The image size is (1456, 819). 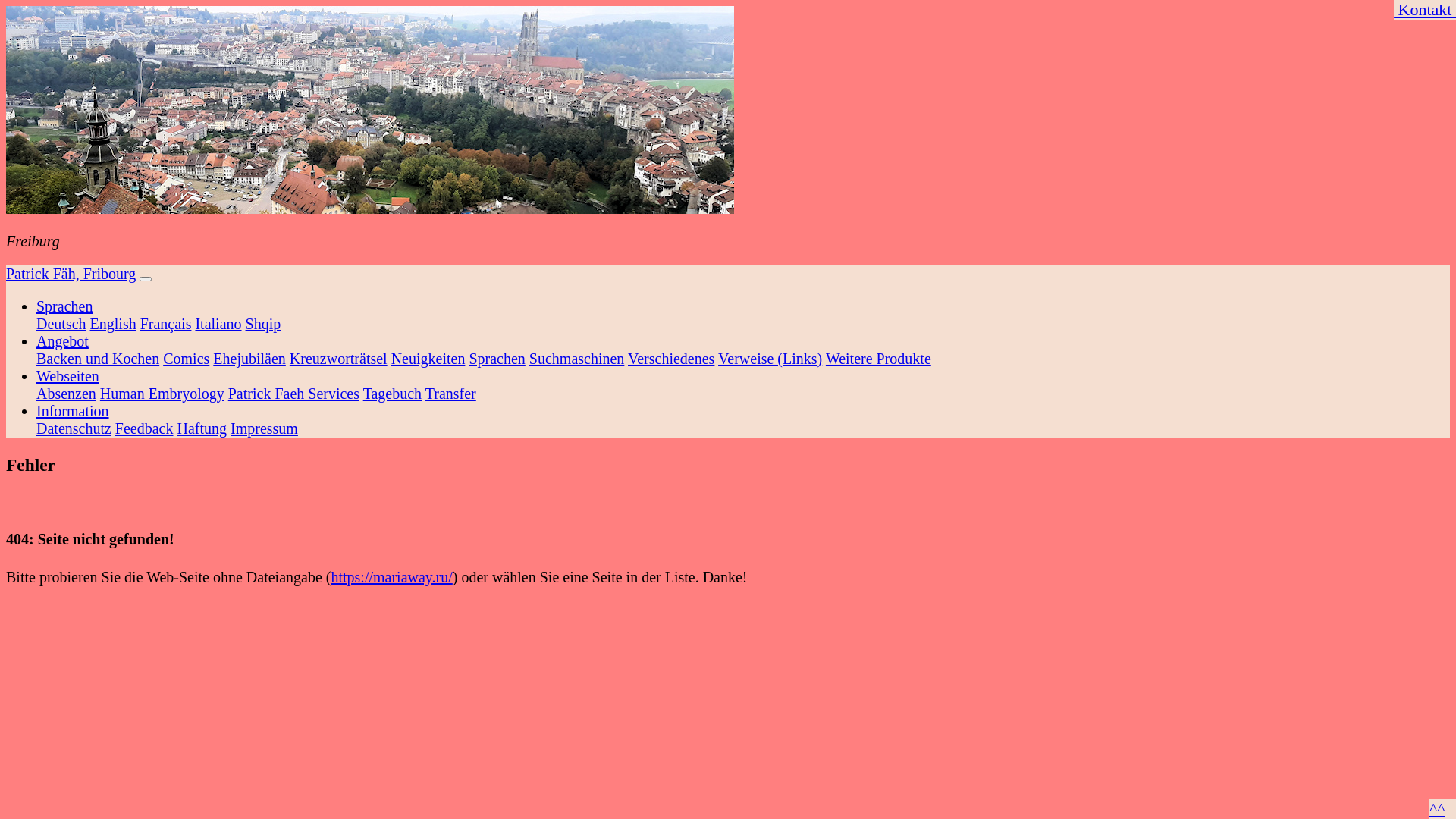 I want to click on 'Datenschutz', so click(x=73, y=428).